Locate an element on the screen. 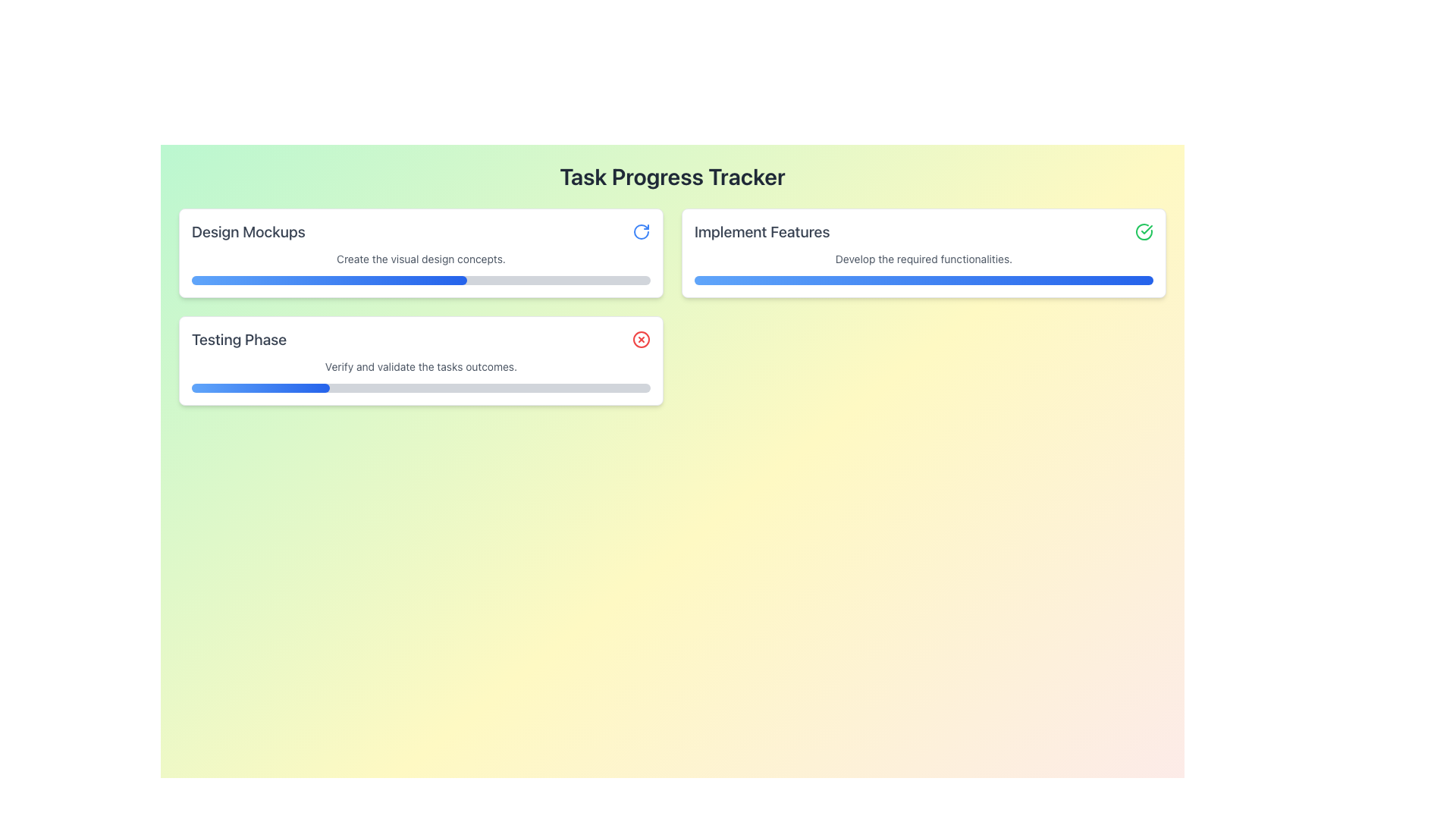  the blue gradient progress bar located at the bottom of the 'Testing Phase' task card is located at coordinates (260, 388).